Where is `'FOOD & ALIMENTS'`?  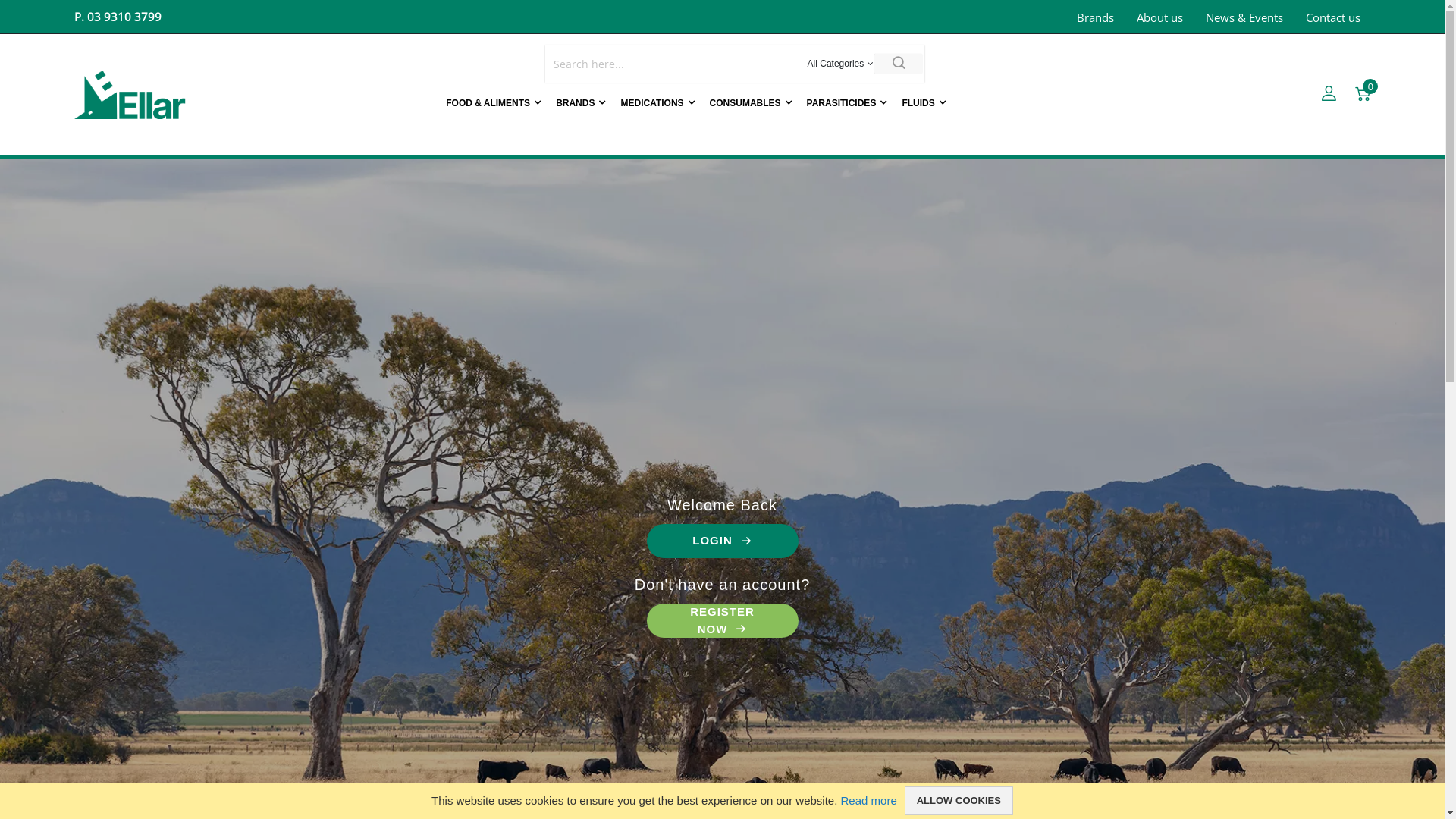
'FOOD & ALIMENTS' is located at coordinates (493, 102).